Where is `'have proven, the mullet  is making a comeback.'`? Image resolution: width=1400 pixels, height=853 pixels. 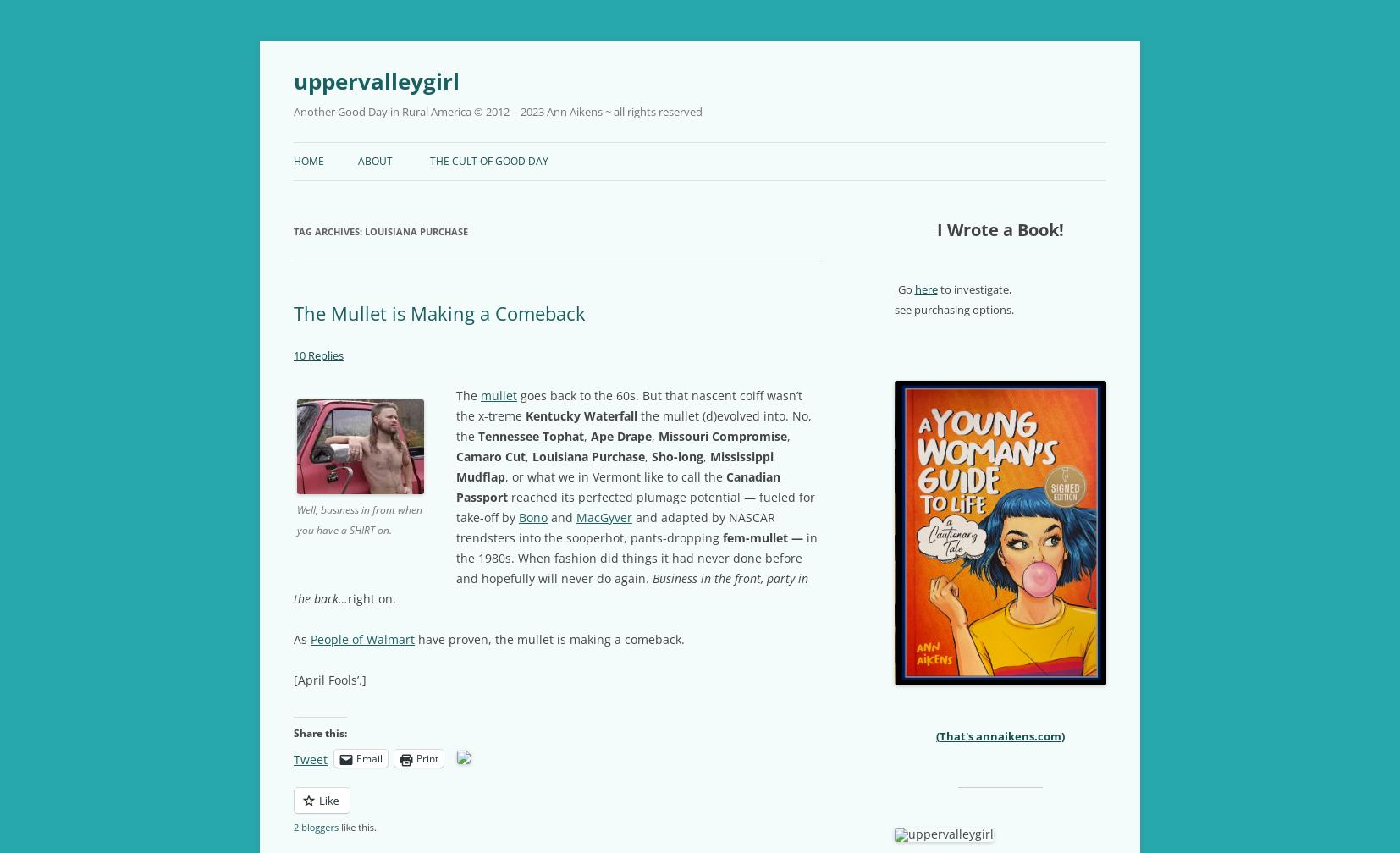 'have proven, the mullet  is making a comeback.' is located at coordinates (549, 638).